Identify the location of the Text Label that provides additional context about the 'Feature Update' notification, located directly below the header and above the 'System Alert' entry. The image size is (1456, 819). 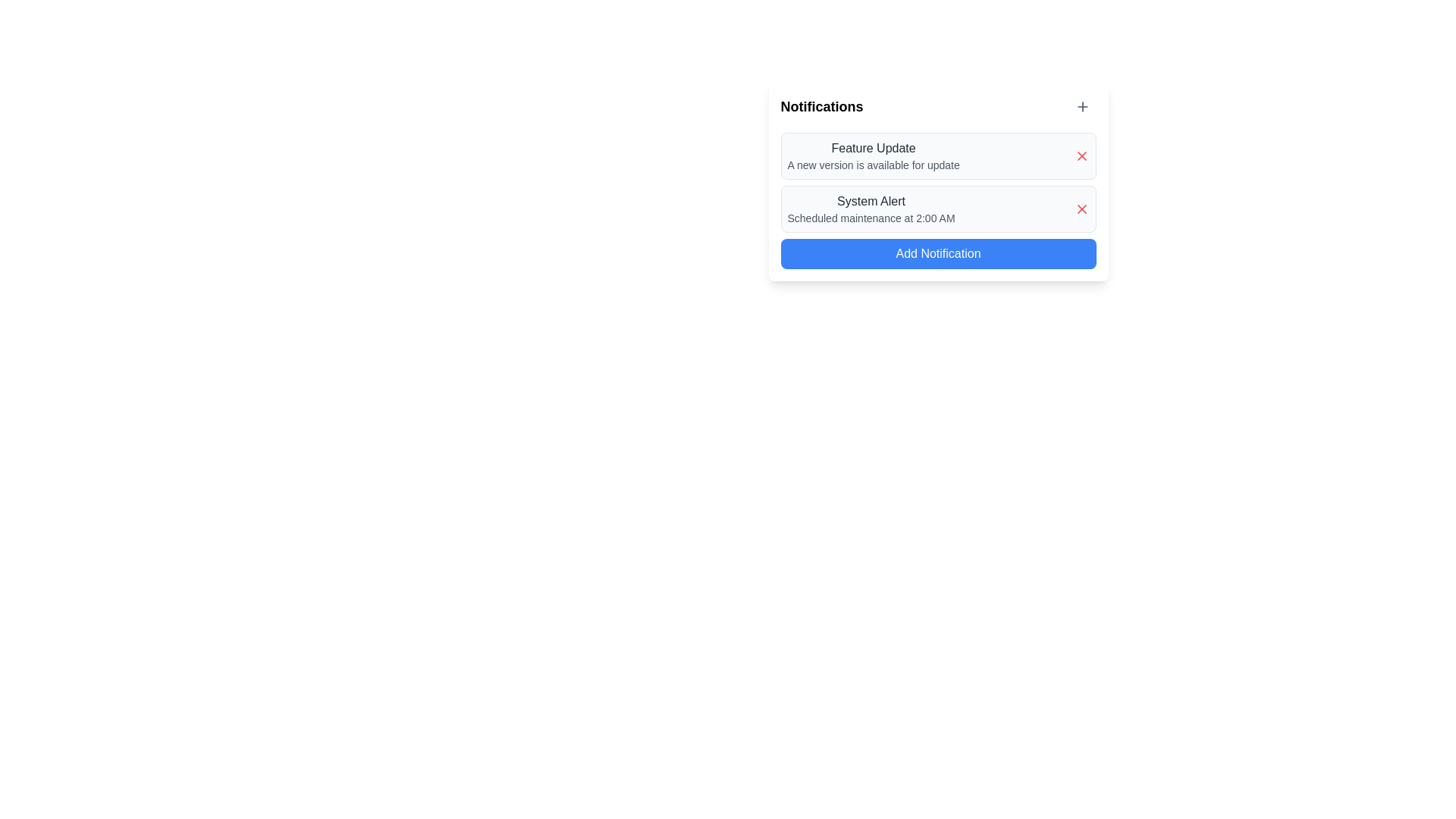
(874, 165).